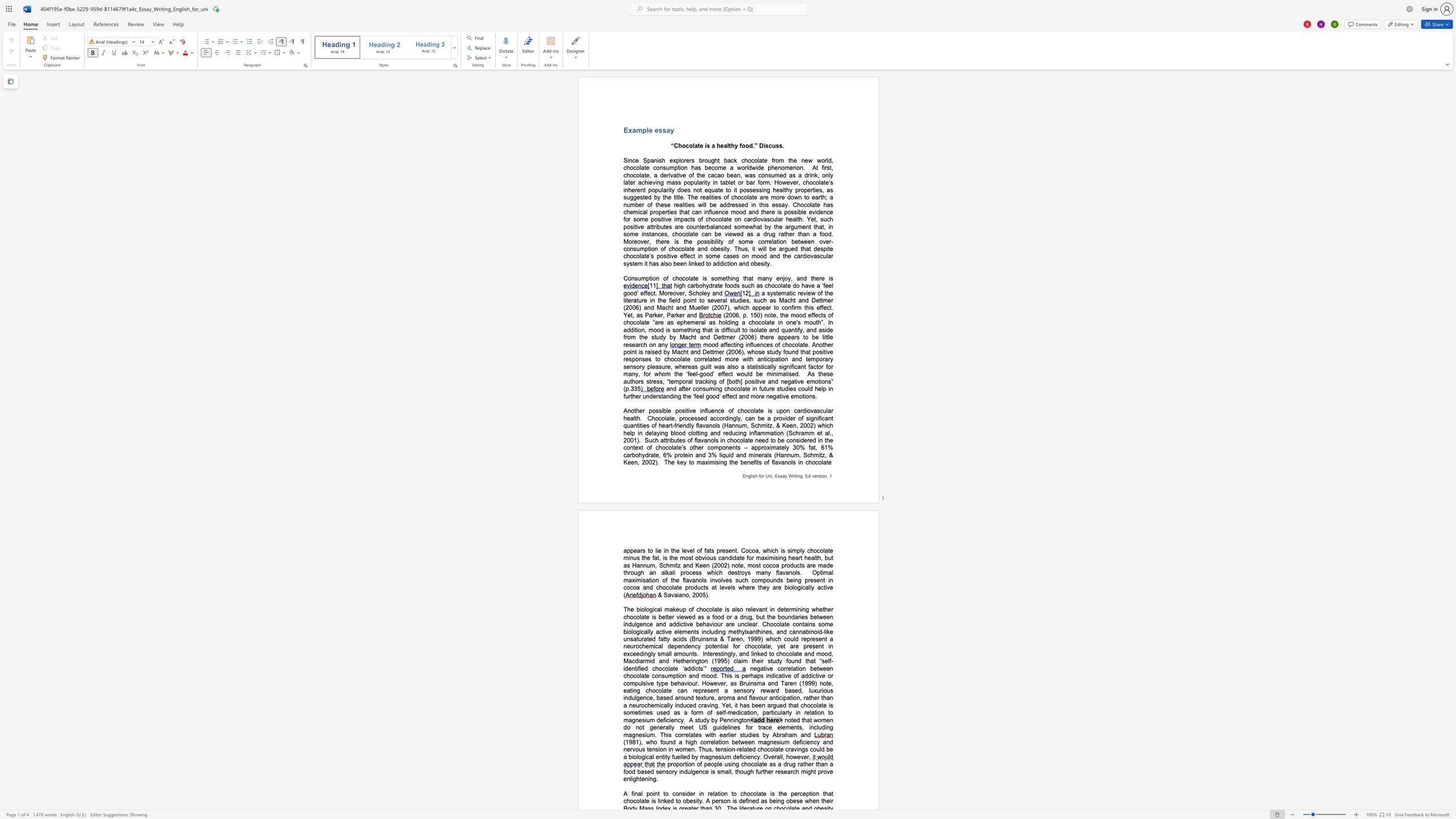 The width and height of the screenshot is (1456, 819). Describe the element at coordinates (680, 757) in the screenshot. I see `the subset text "lled by magnesium deficiency. Overall, howev" within the text "(1981), who found a high correlation between magnesium deficiency and nervous tension in women. Thus, tension-related chocolate cravings could be a biological entity fuelled by magnesium deficiency. Overall, however,"` at that location.